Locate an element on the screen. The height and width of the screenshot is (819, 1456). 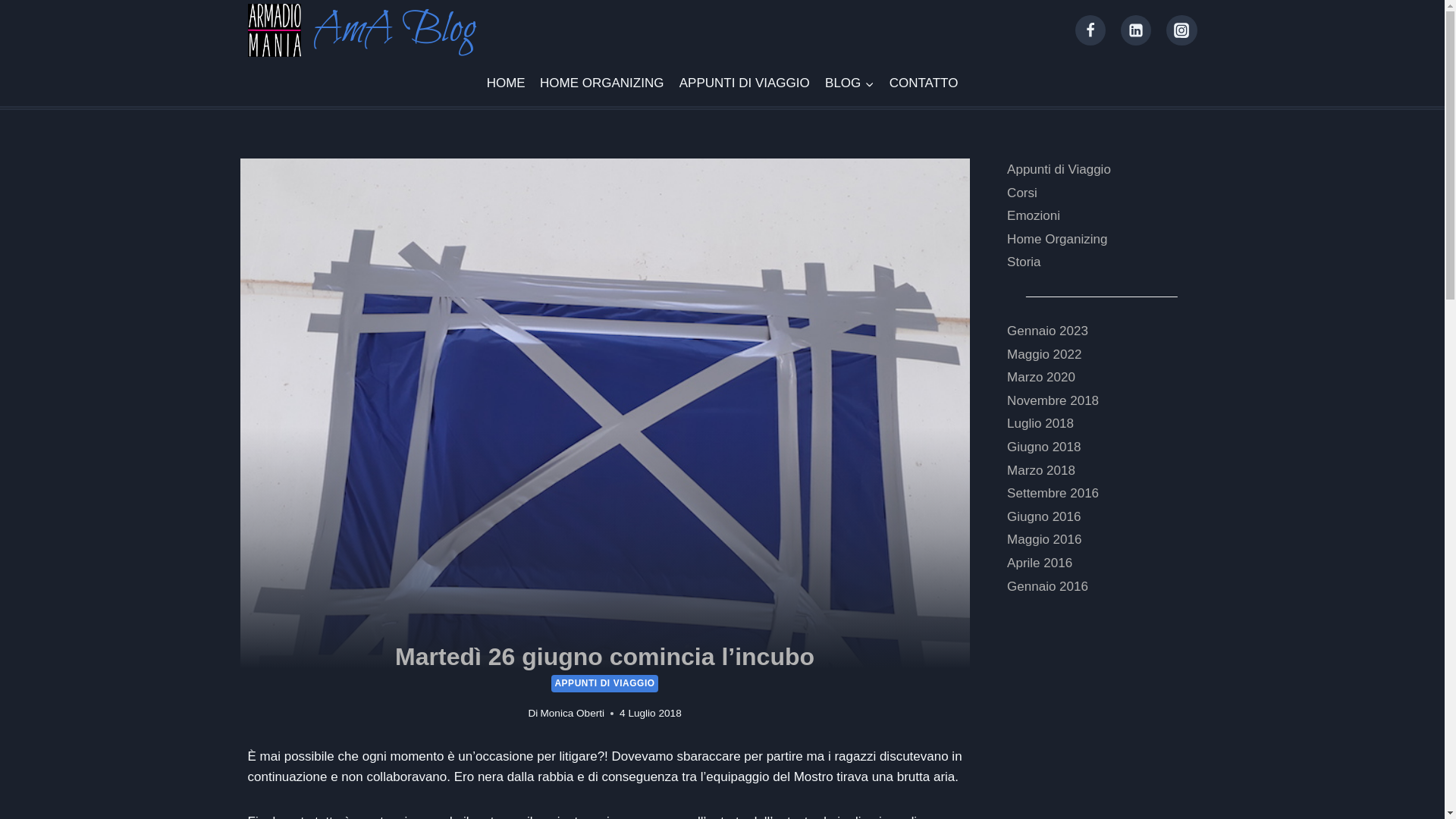
'Luglio 2018' is located at coordinates (1040, 423).